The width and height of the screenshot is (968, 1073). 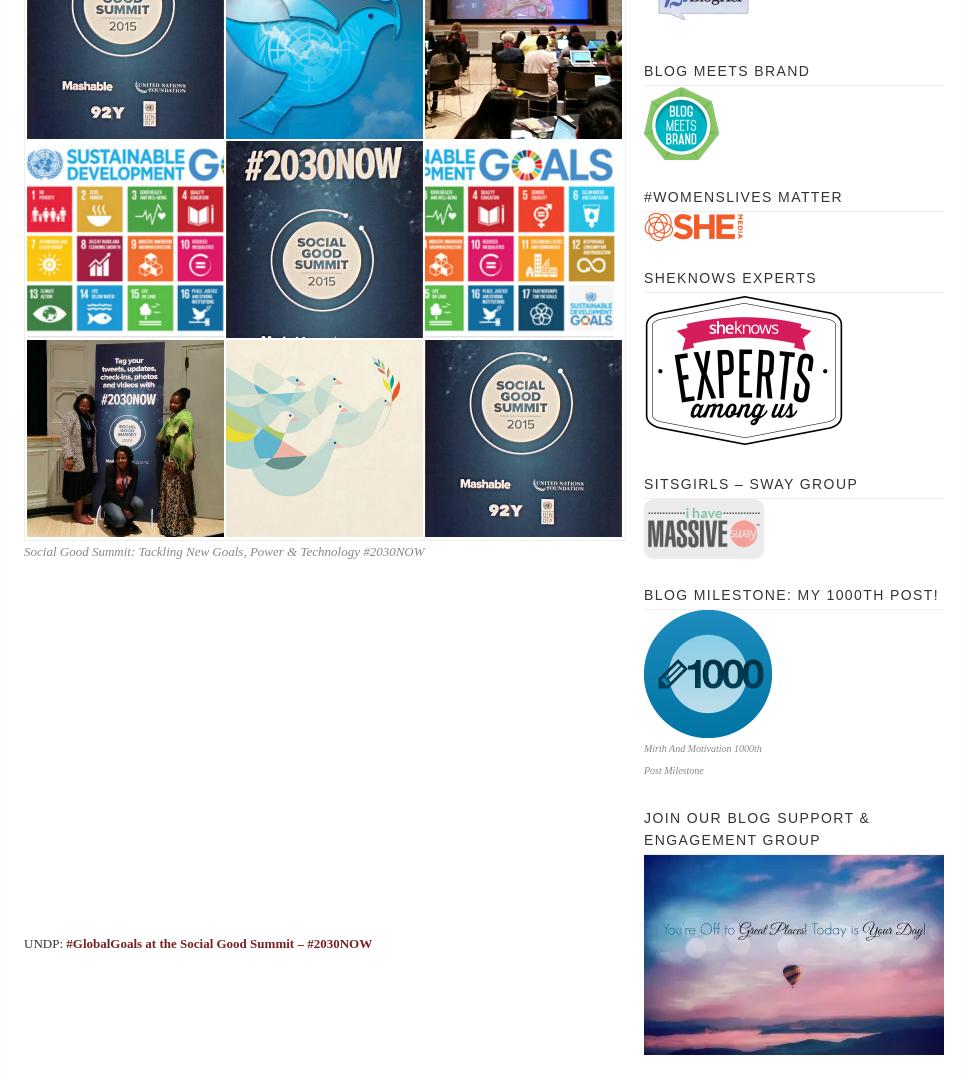 I want to click on 'SITSGirls – Sway Group', so click(x=643, y=483).